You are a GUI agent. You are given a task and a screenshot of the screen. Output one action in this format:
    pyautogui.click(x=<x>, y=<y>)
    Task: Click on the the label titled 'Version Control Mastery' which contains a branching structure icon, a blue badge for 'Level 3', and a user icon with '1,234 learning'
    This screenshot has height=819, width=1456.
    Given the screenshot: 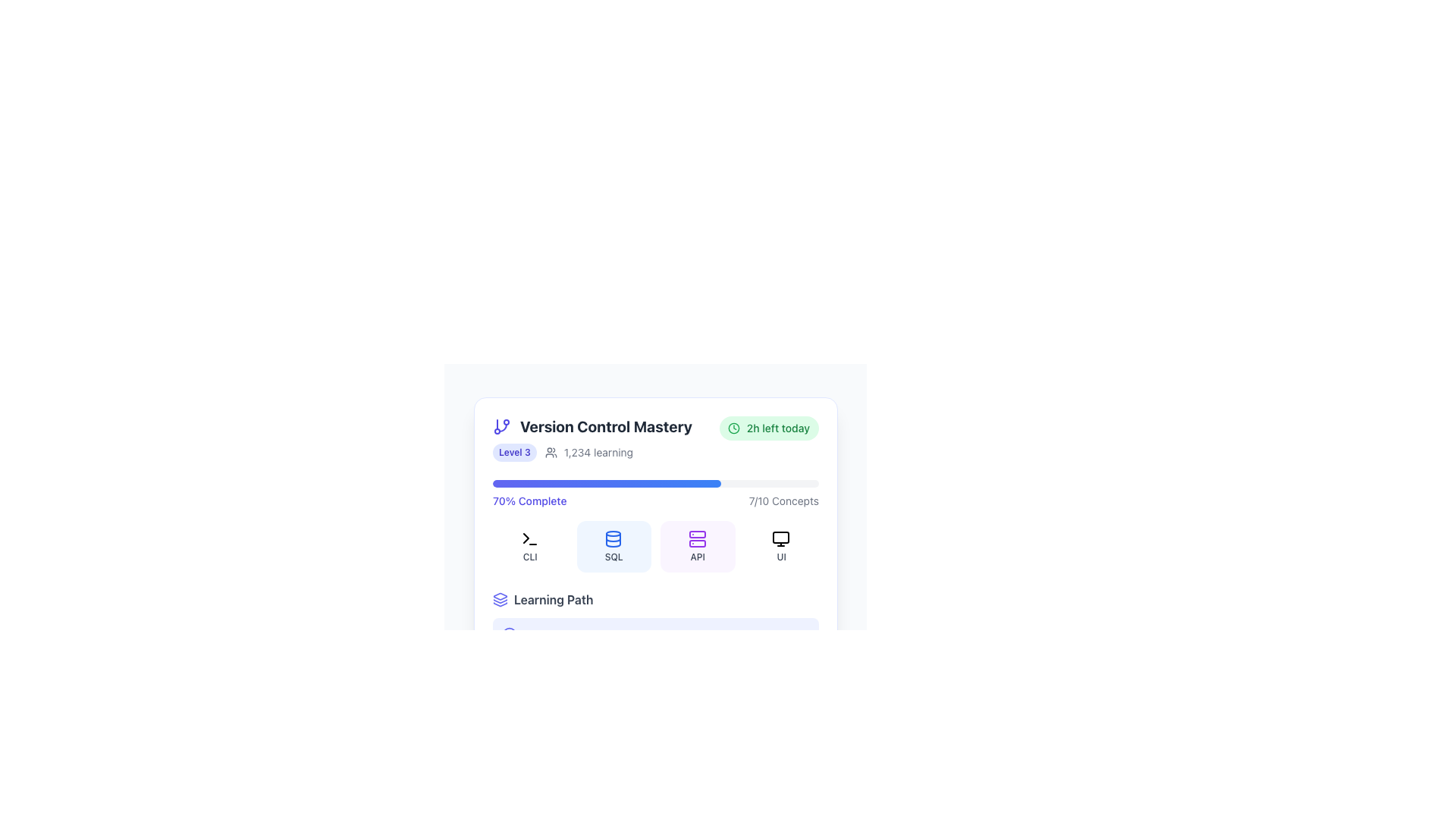 What is the action you would take?
    pyautogui.click(x=591, y=438)
    